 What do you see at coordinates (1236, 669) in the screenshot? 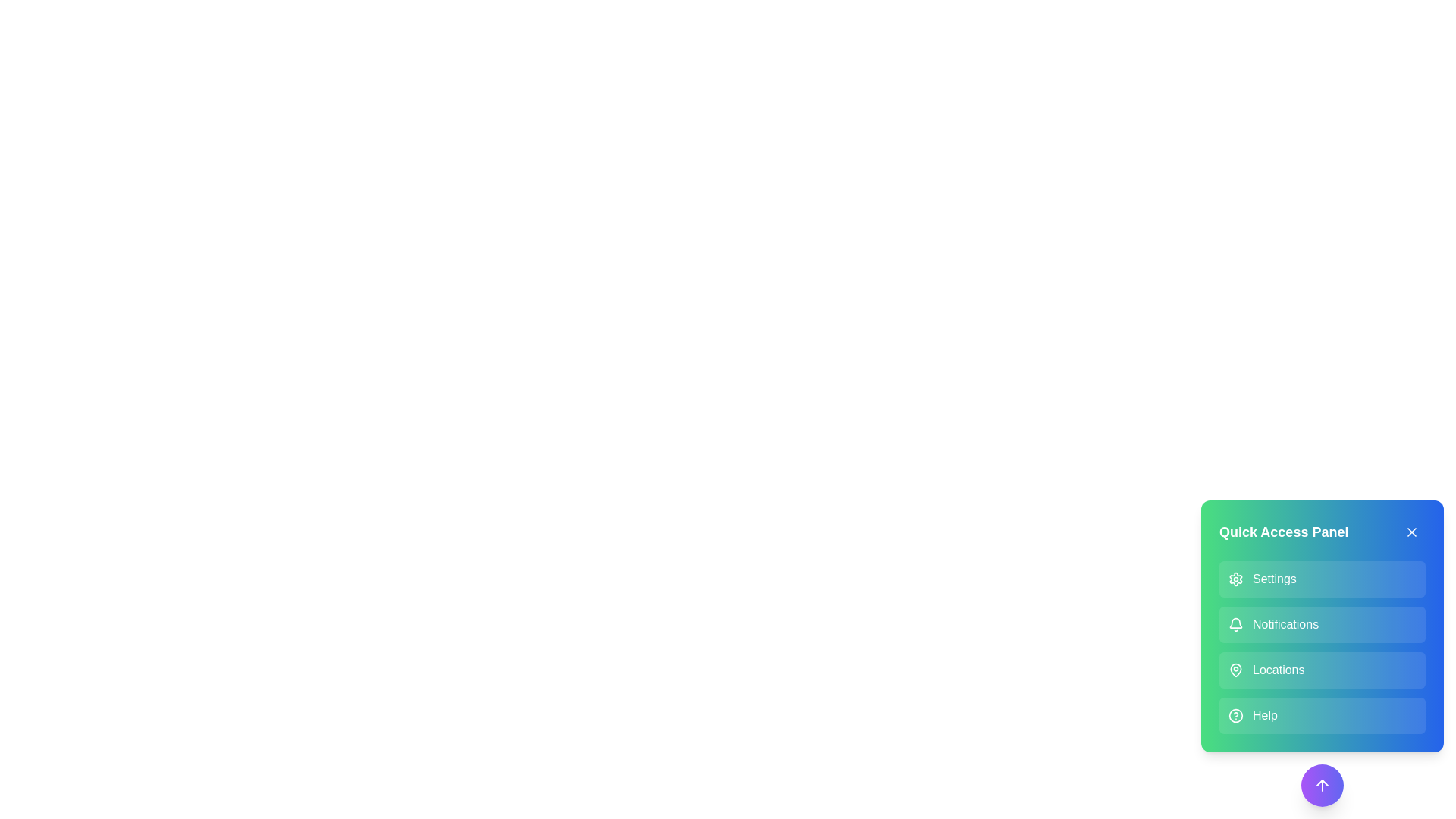
I see `the appearance of the location pin icon located in the 'Locations' menu item of the Quick Access Panel, which is styled with a no-fill interior and a stroked outline` at bounding box center [1236, 669].